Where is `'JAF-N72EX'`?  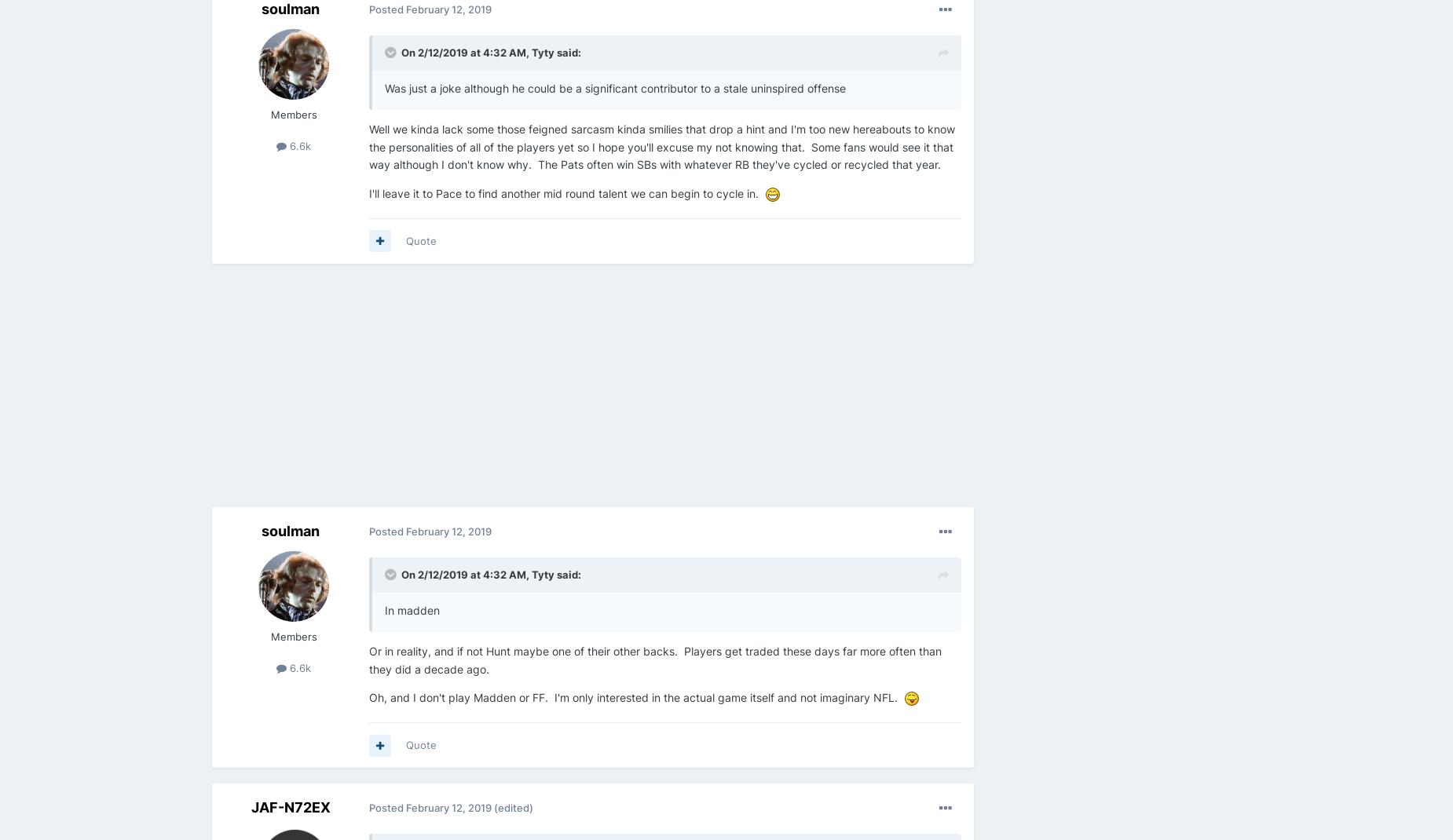
'JAF-N72EX' is located at coordinates (249, 807).